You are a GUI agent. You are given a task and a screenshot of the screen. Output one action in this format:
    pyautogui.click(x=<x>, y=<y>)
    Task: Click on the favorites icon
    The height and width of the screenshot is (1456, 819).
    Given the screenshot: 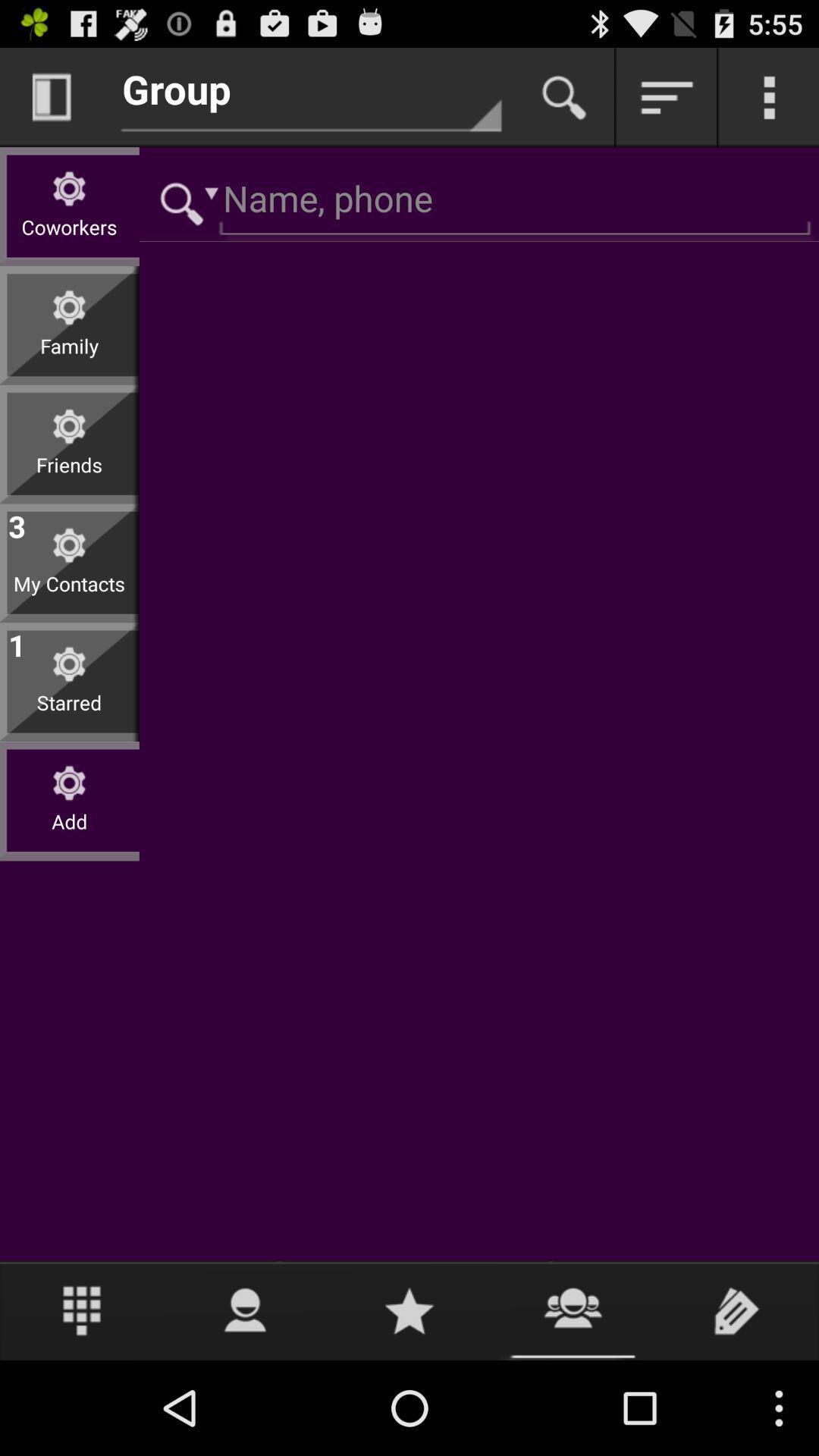 What is the action you would take?
    pyautogui.click(x=409, y=1310)
    